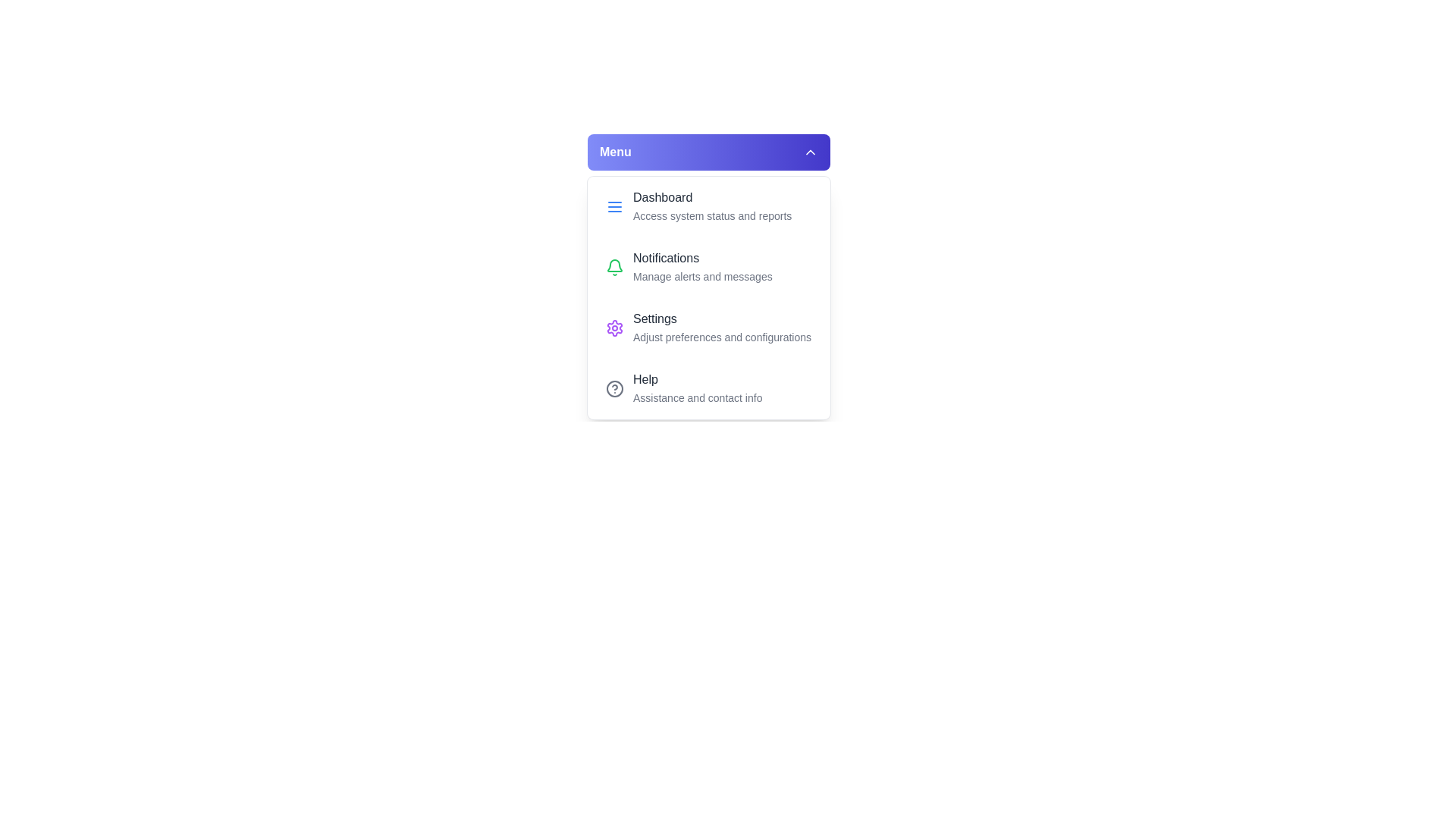 The width and height of the screenshot is (1456, 819). Describe the element at coordinates (615, 388) in the screenshot. I see `the circular vector graphic representing the 'Help' menu item in the bottom row of the vertical menu` at that location.